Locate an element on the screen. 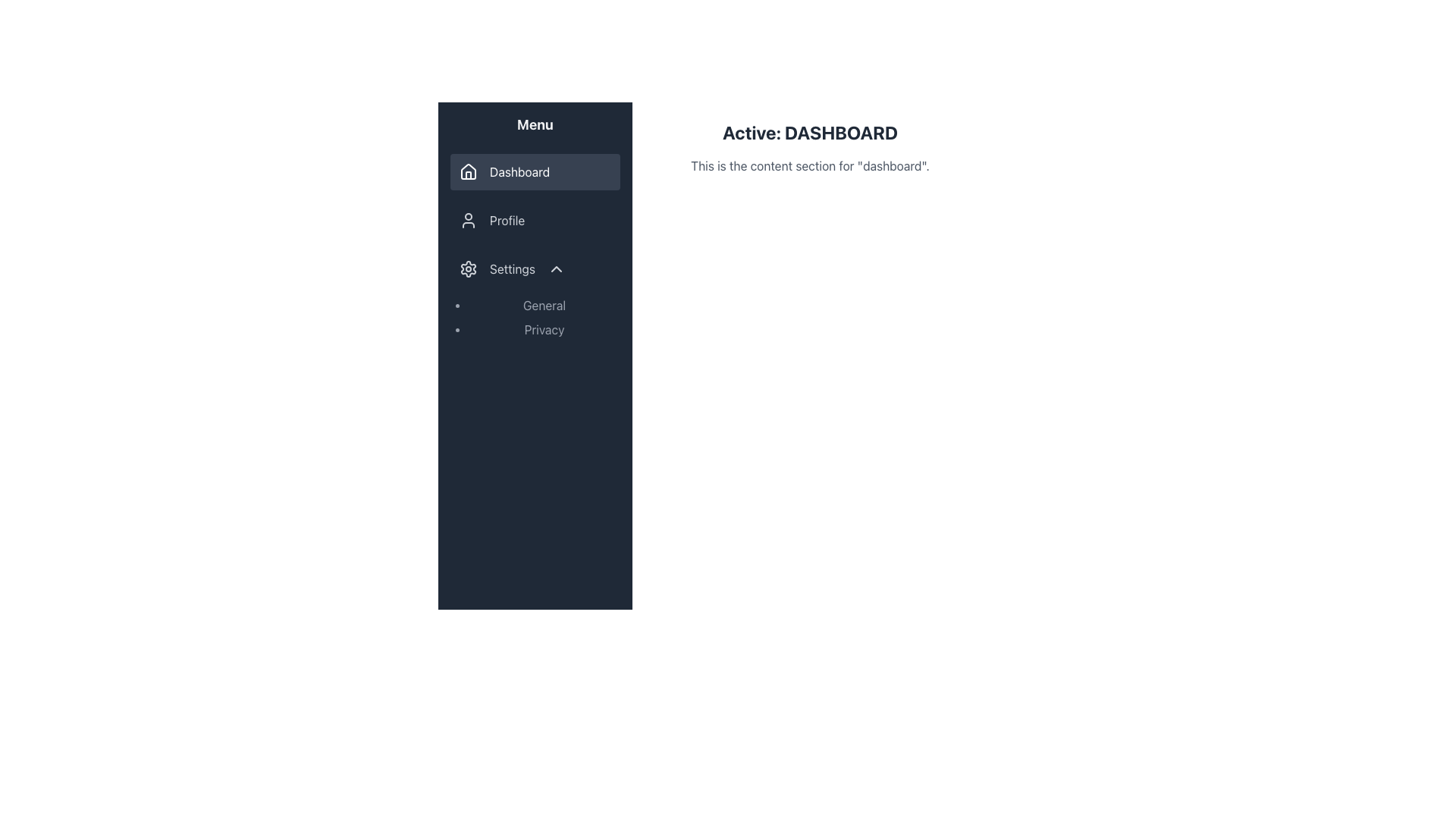  the 'General' option in the Sidebar menu subsection under 'Settings' is located at coordinates (544, 317).